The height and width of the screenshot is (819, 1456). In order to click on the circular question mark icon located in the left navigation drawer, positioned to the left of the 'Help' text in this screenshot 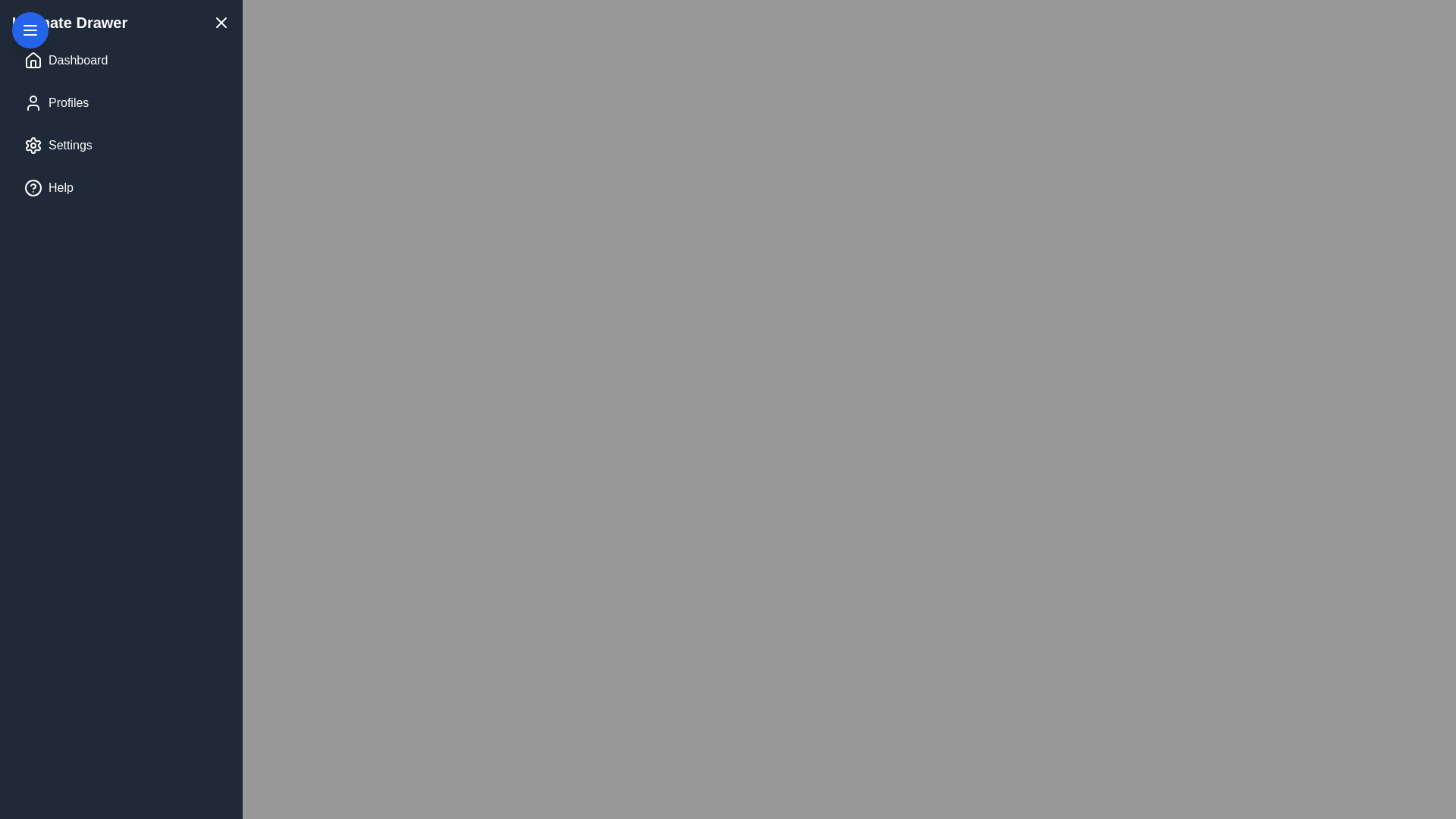, I will do `click(33, 187)`.